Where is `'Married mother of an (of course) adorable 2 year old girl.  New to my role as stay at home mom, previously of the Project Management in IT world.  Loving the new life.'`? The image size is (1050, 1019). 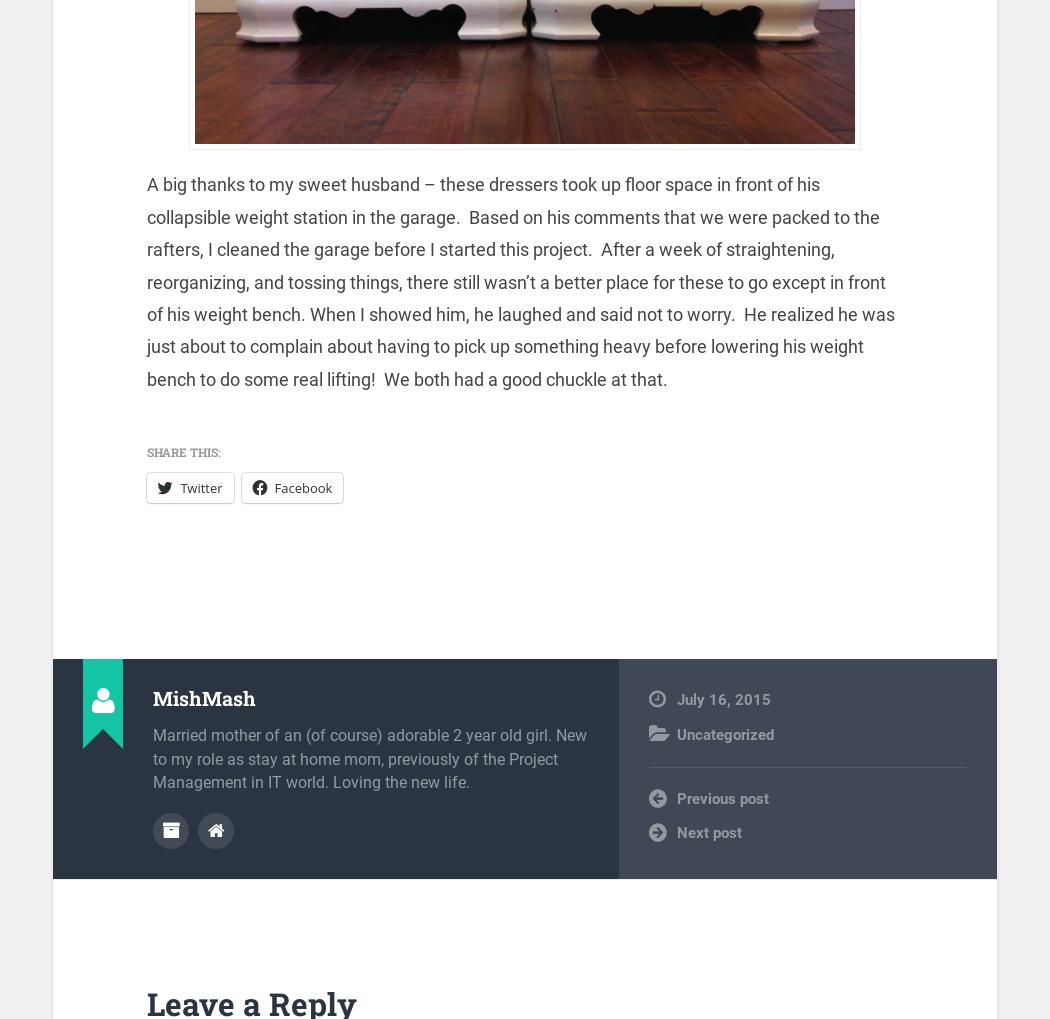 'Married mother of an (of course) adorable 2 year old girl.  New to my role as stay at home mom, previously of the Project Management in IT world.  Loving the new life.' is located at coordinates (369, 757).